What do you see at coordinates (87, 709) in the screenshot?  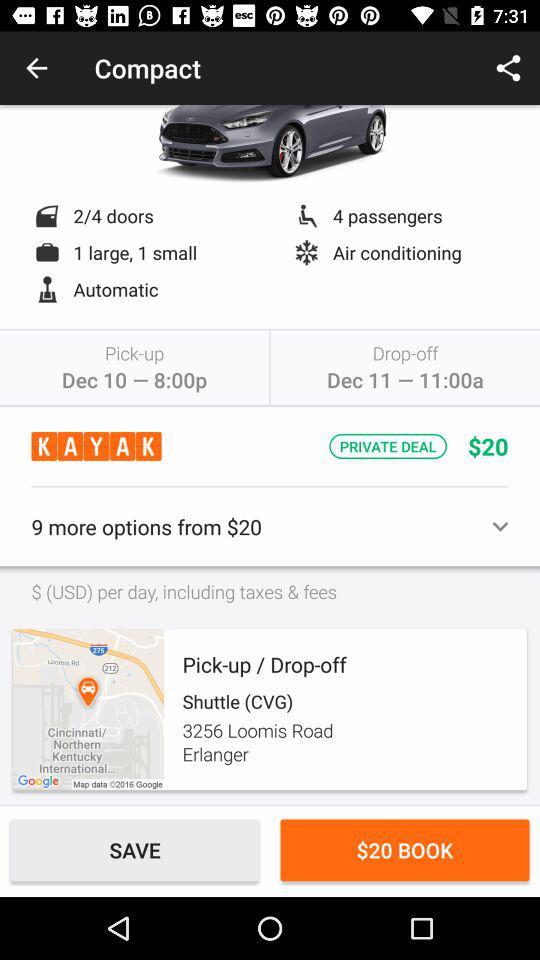 I see `open gps` at bounding box center [87, 709].